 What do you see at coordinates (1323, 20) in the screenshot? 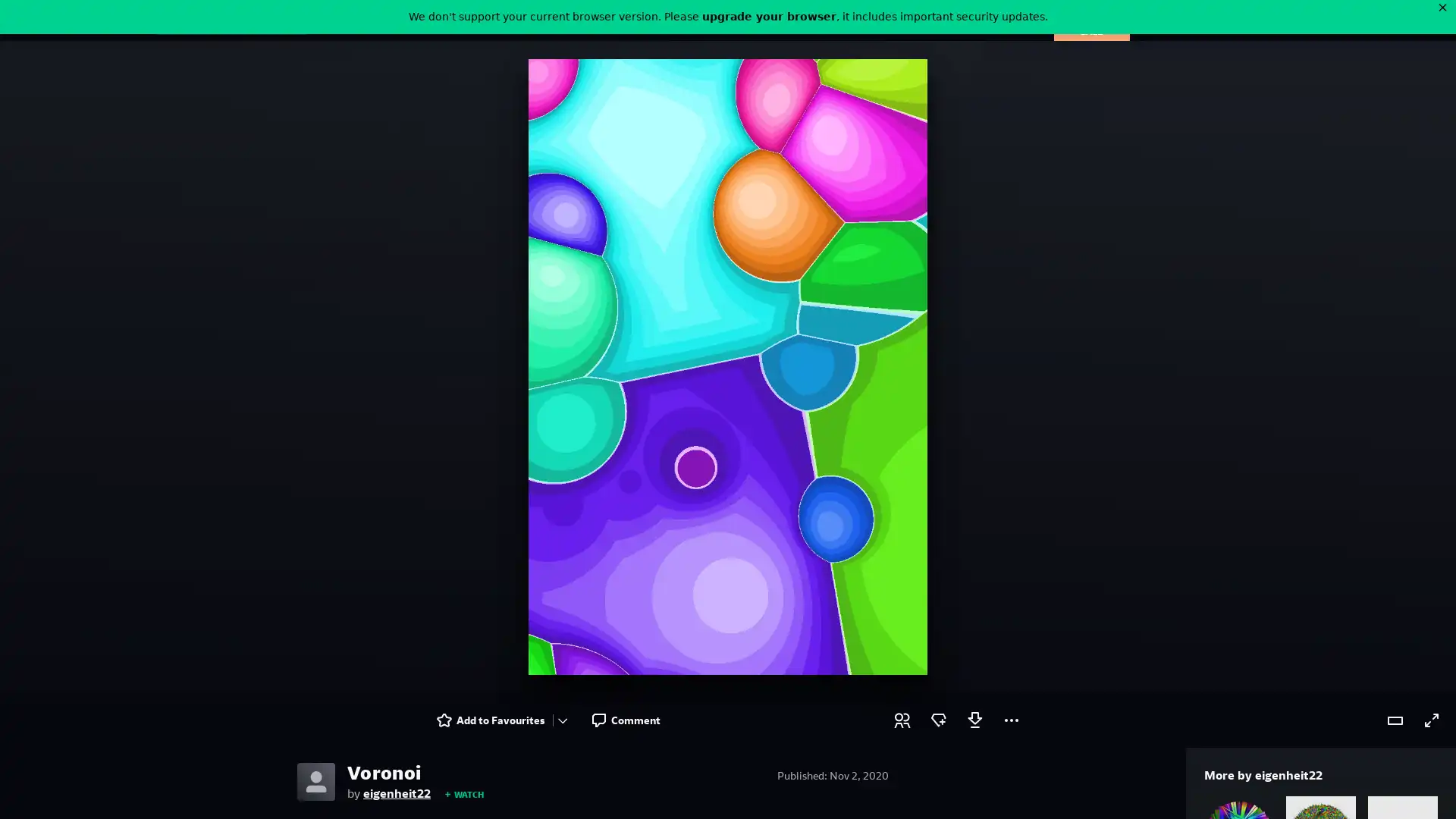
I see `User Menu` at bounding box center [1323, 20].